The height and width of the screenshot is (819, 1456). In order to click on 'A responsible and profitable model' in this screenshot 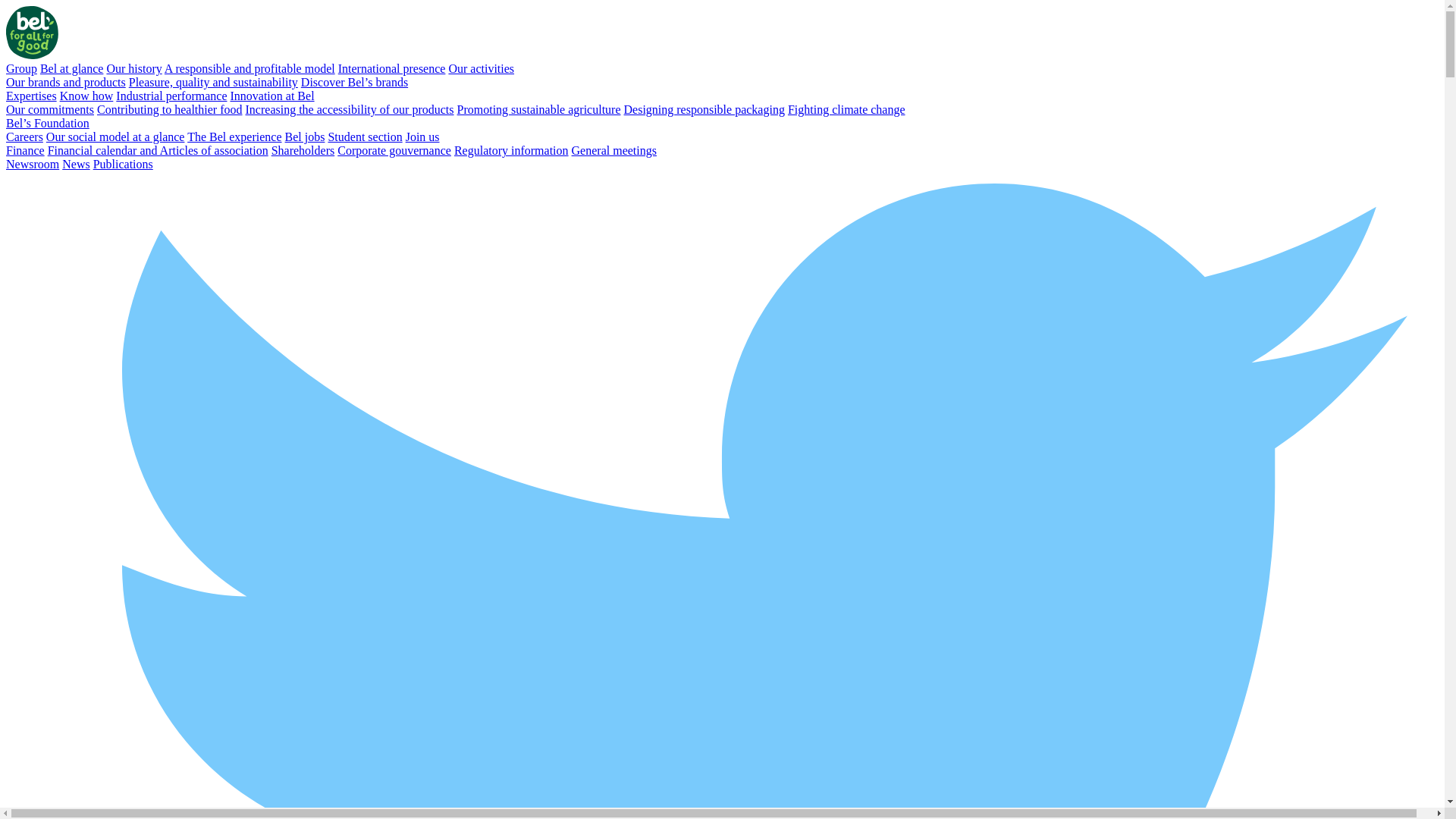, I will do `click(164, 68)`.